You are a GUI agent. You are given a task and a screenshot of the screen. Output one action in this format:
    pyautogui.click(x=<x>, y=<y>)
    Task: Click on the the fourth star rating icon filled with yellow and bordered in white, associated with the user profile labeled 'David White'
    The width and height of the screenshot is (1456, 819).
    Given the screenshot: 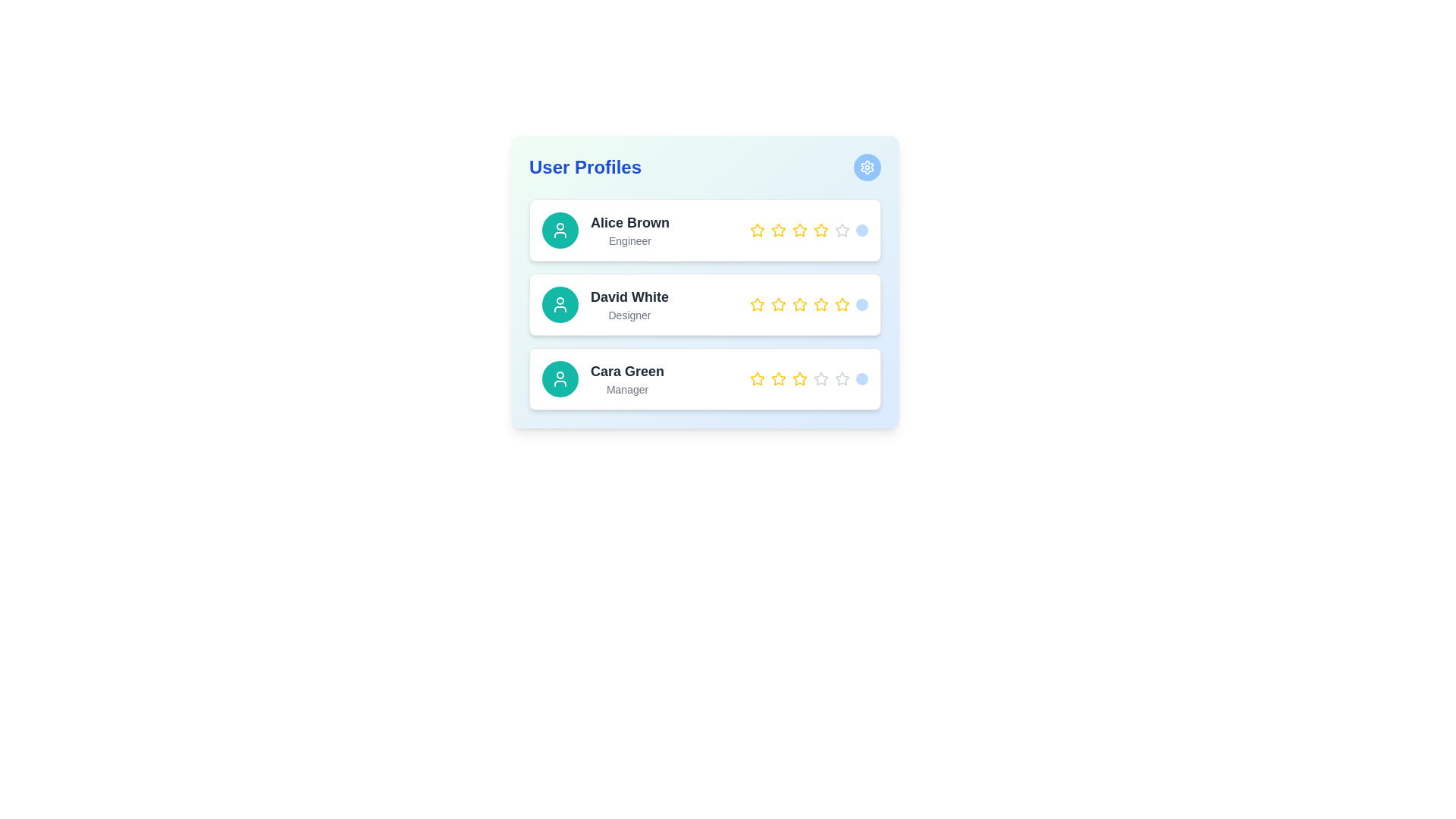 What is the action you would take?
    pyautogui.click(x=821, y=304)
    